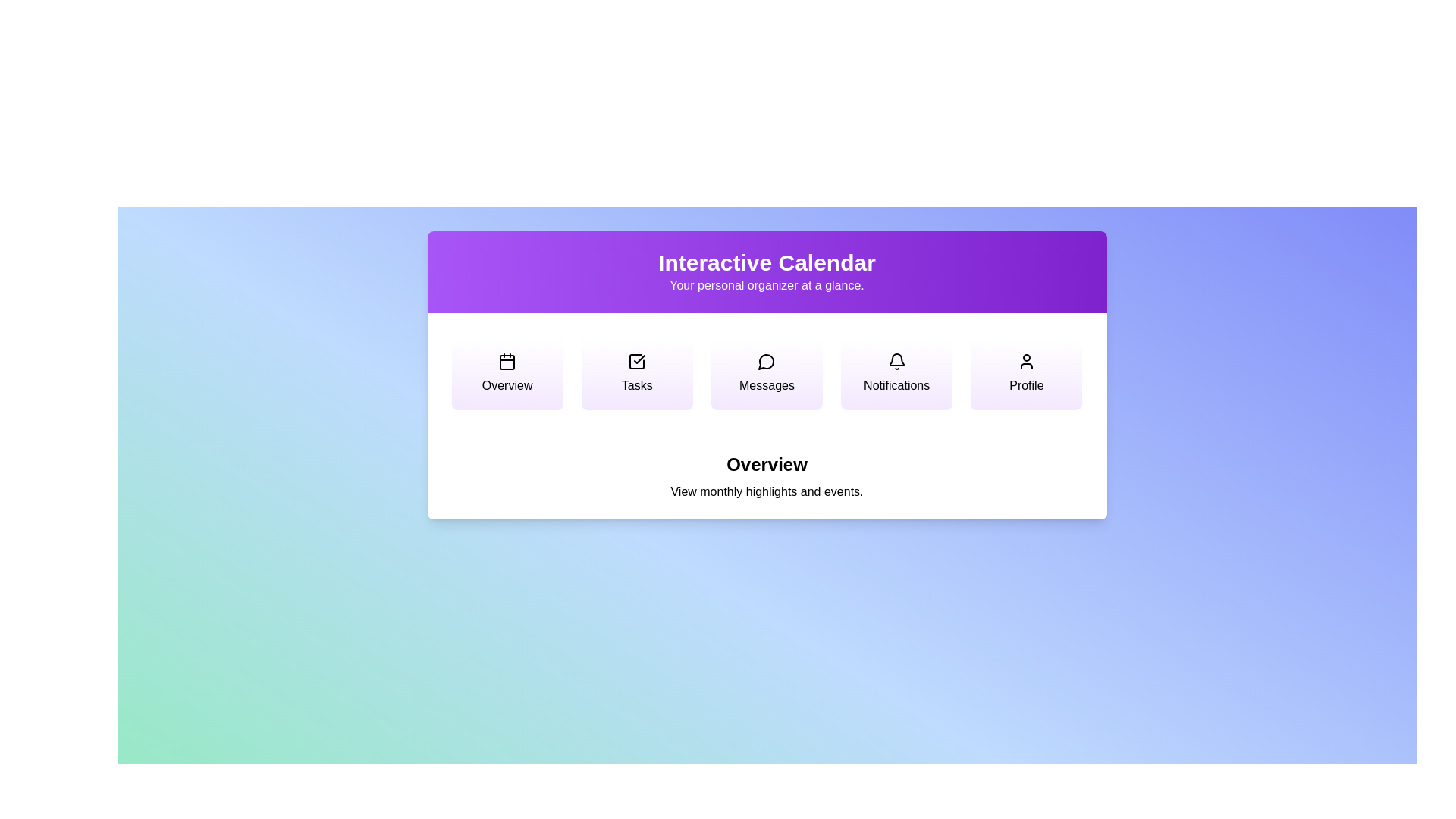 This screenshot has height=819, width=1456. What do you see at coordinates (637, 374) in the screenshot?
I see `the menu option Tasks to view its description` at bounding box center [637, 374].